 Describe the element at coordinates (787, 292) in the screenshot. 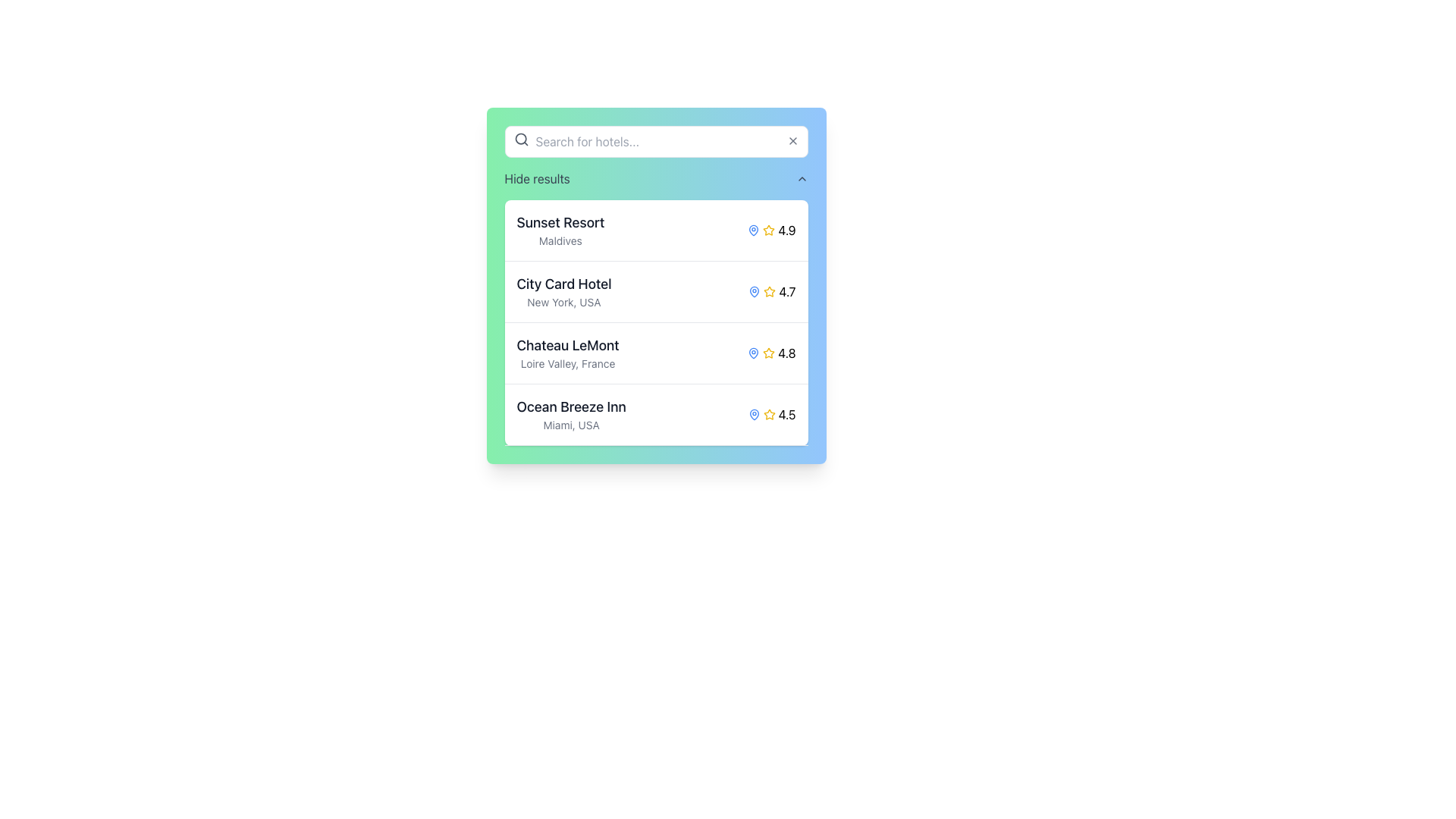

I see `displayed text of the hotel's rating located in the second row of the hotel list, adjacent to the yellow star icon for the 'City Card Hotel'` at that location.